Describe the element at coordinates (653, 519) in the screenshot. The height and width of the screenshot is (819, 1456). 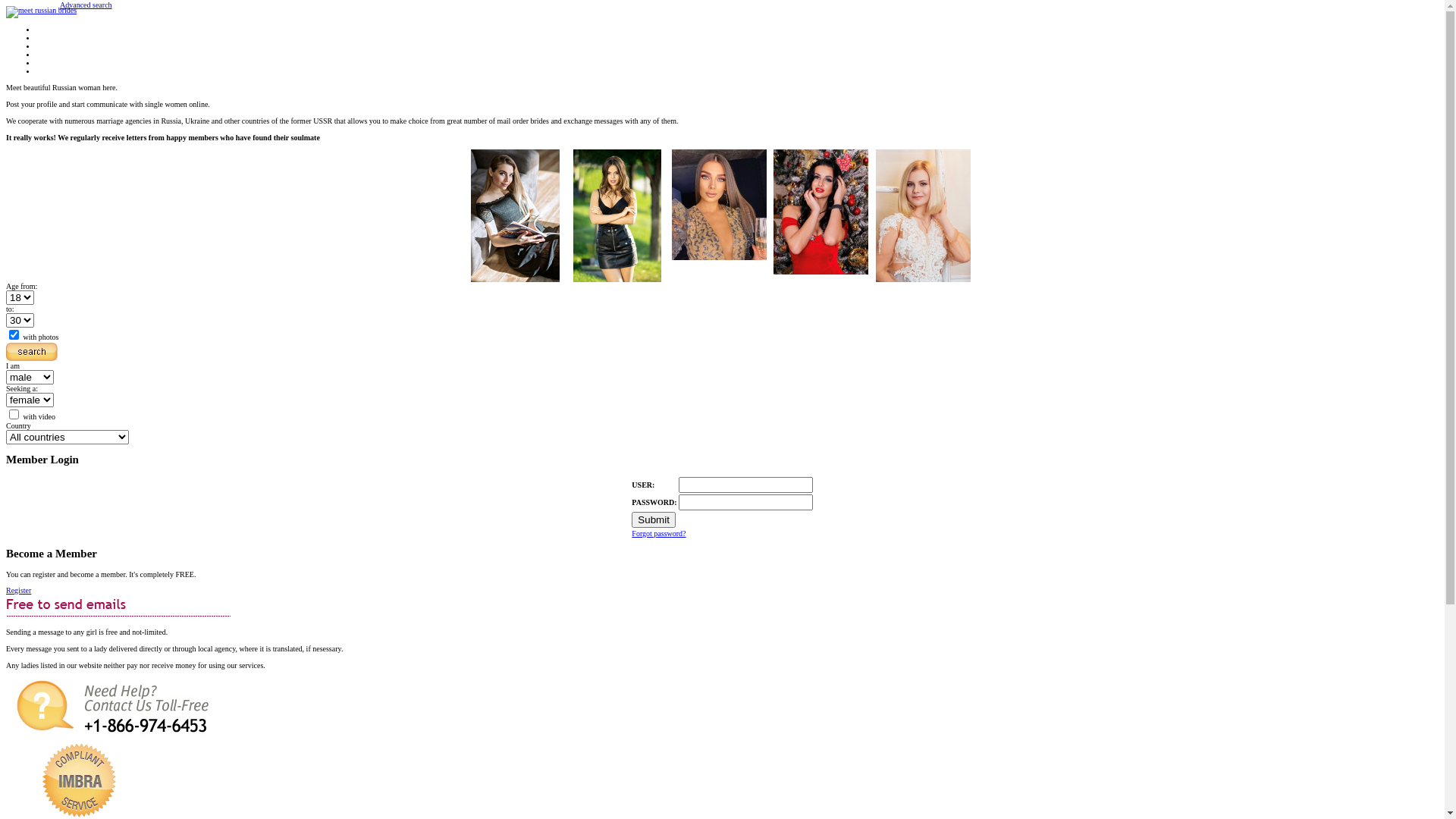
I see `'Submit'` at that location.